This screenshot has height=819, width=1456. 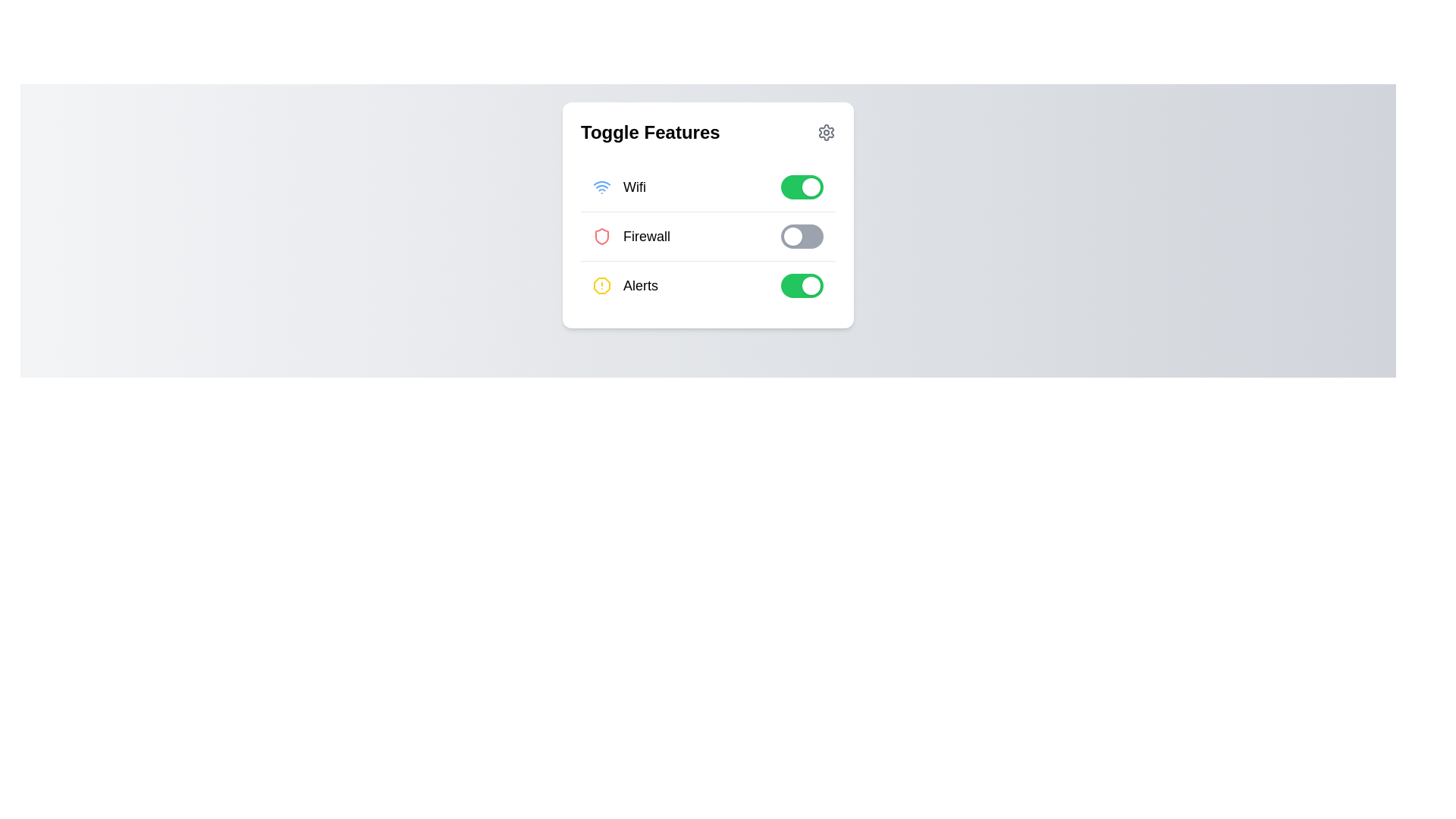 What do you see at coordinates (632, 237) in the screenshot?
I see `the 'Firewall' label with the red shield icon in the toggle feature panel` at bounding box center [632, 237].